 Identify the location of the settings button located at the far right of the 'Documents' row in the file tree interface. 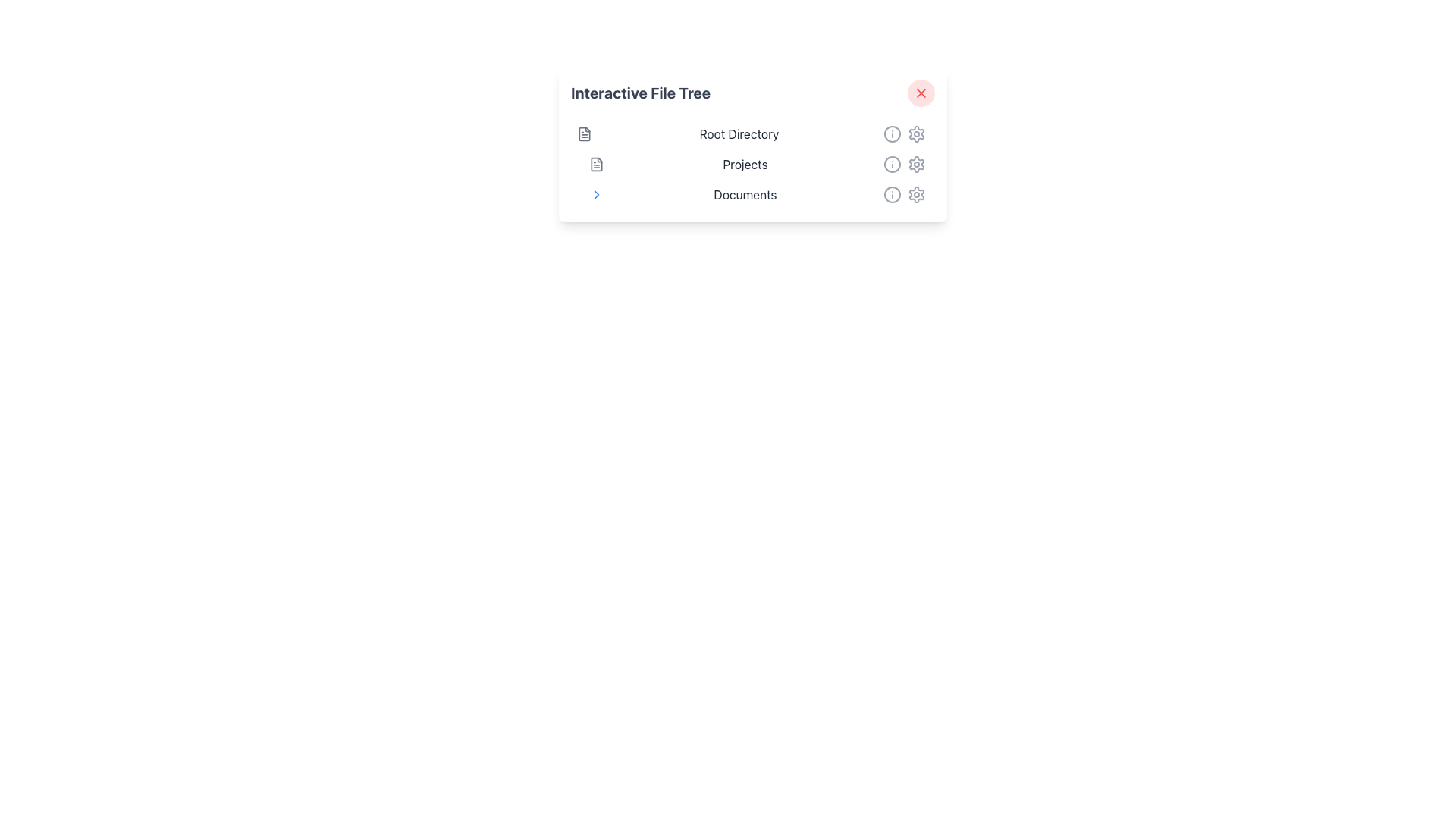
(916, 194).